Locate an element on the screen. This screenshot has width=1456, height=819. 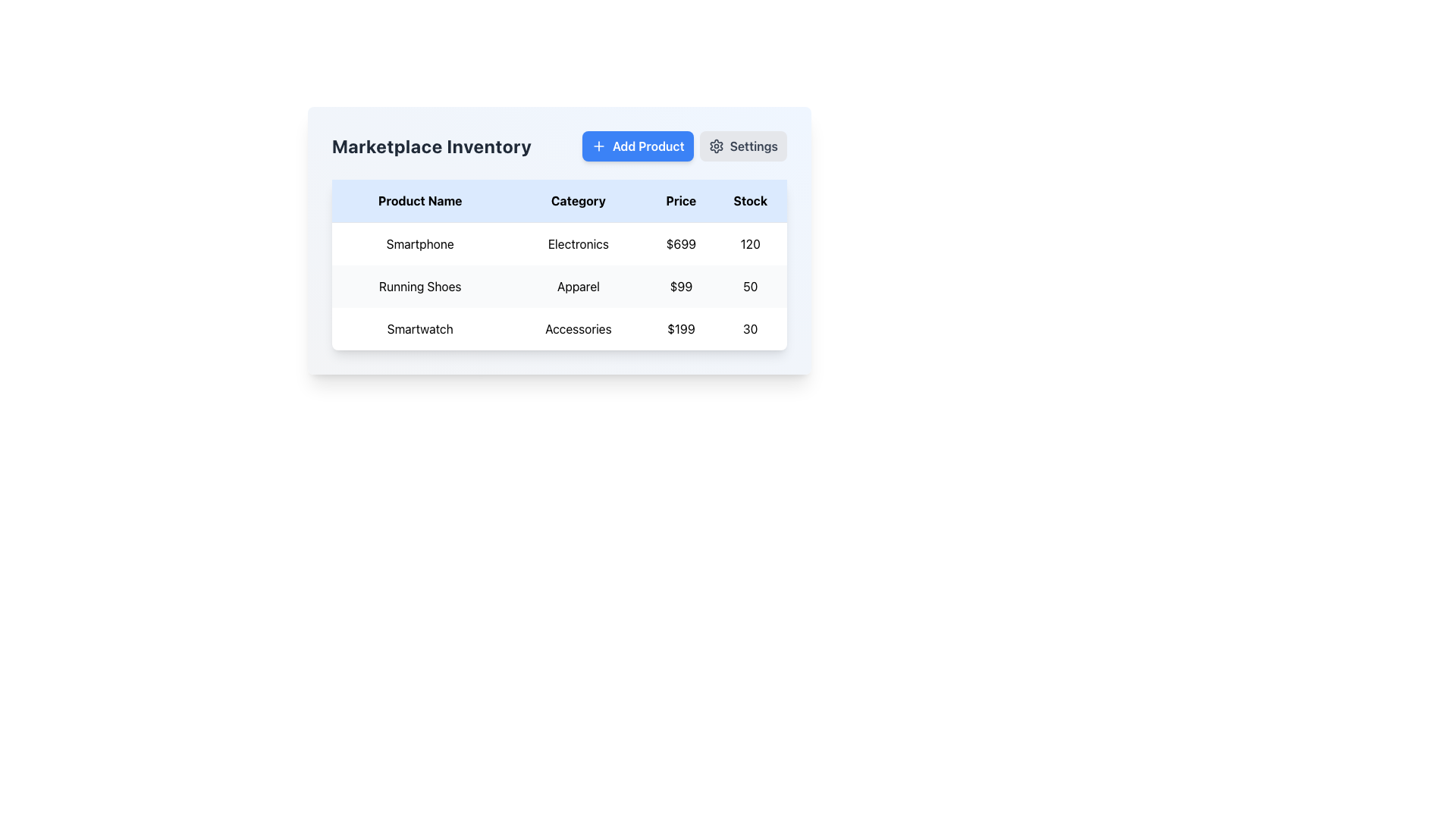
the header label indicating the content of the first column in the table, which corresponds to product names, located in the top-left cell of the header row is located at coordinates (420, 200).